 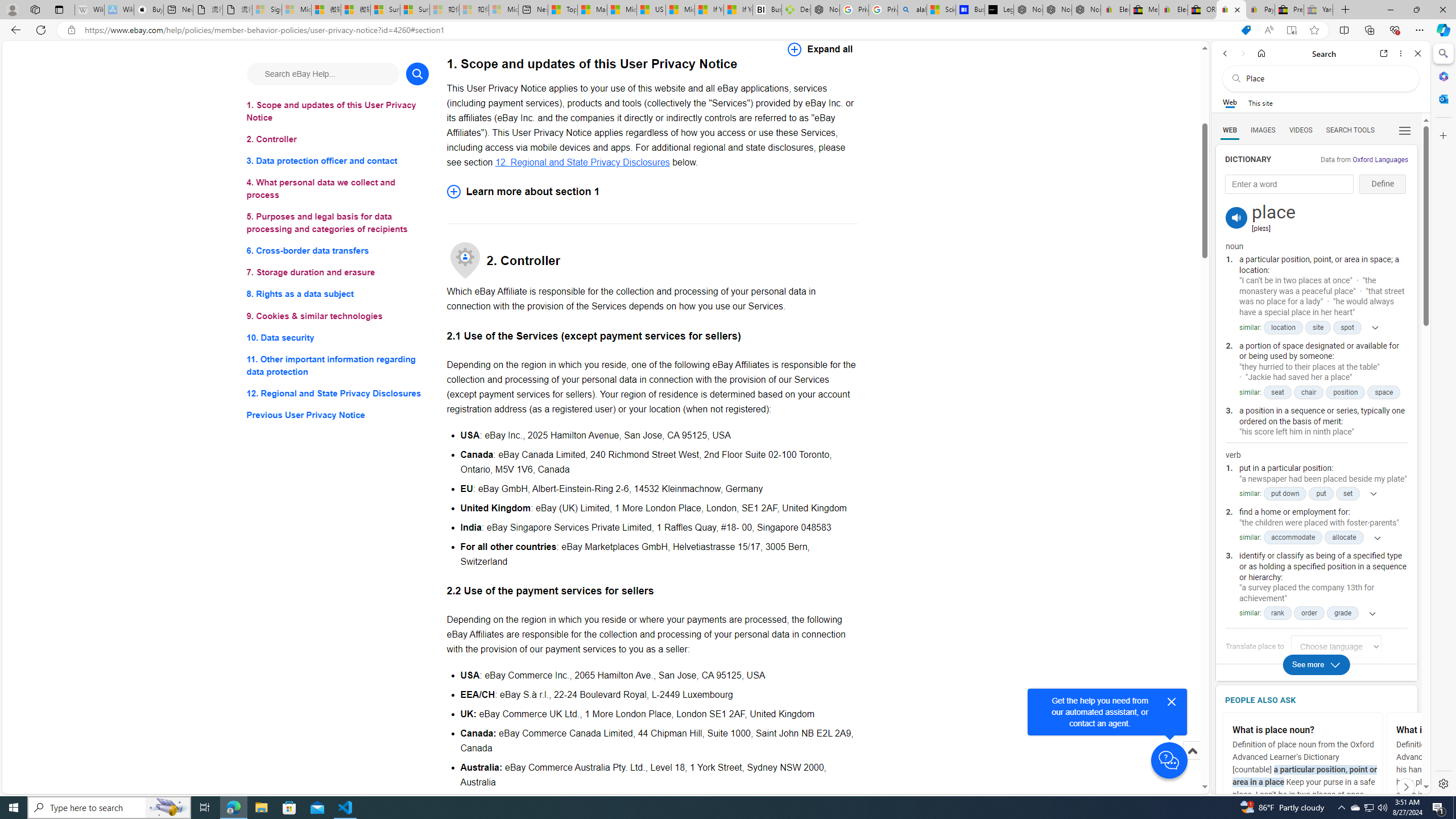 I want to click on 'Microsoft Services Agreement - Sleeping', so click(x=295, y=9).